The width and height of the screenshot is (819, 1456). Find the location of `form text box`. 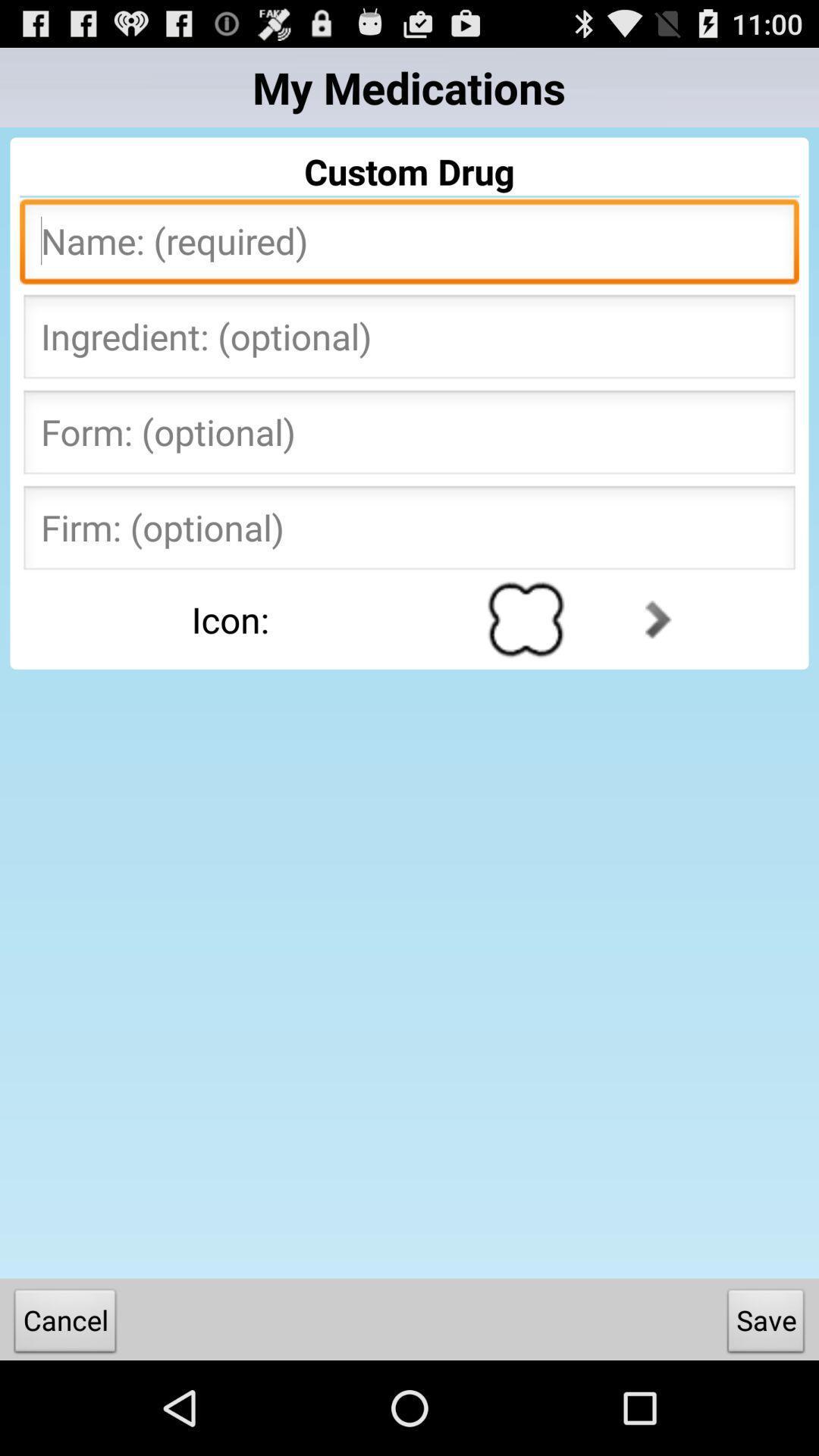

form text box is located at coordinates (409, 436).